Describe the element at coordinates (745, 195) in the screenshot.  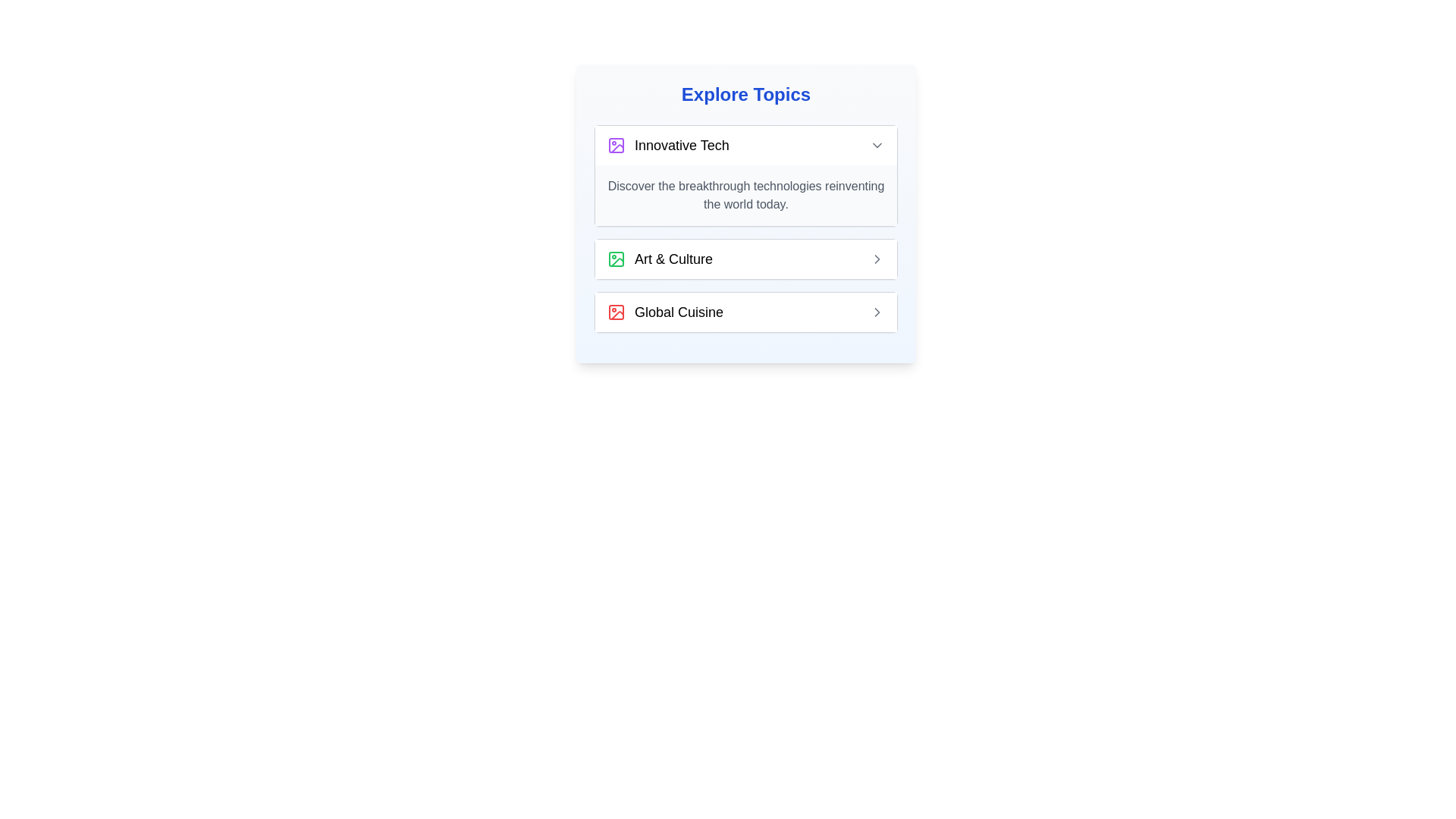
I see `text displayed in the Text block that says 'Discover the breakthrough technologies reinventing the world today.' which is located directly below the 'Innovative Tech' section header` at that location.